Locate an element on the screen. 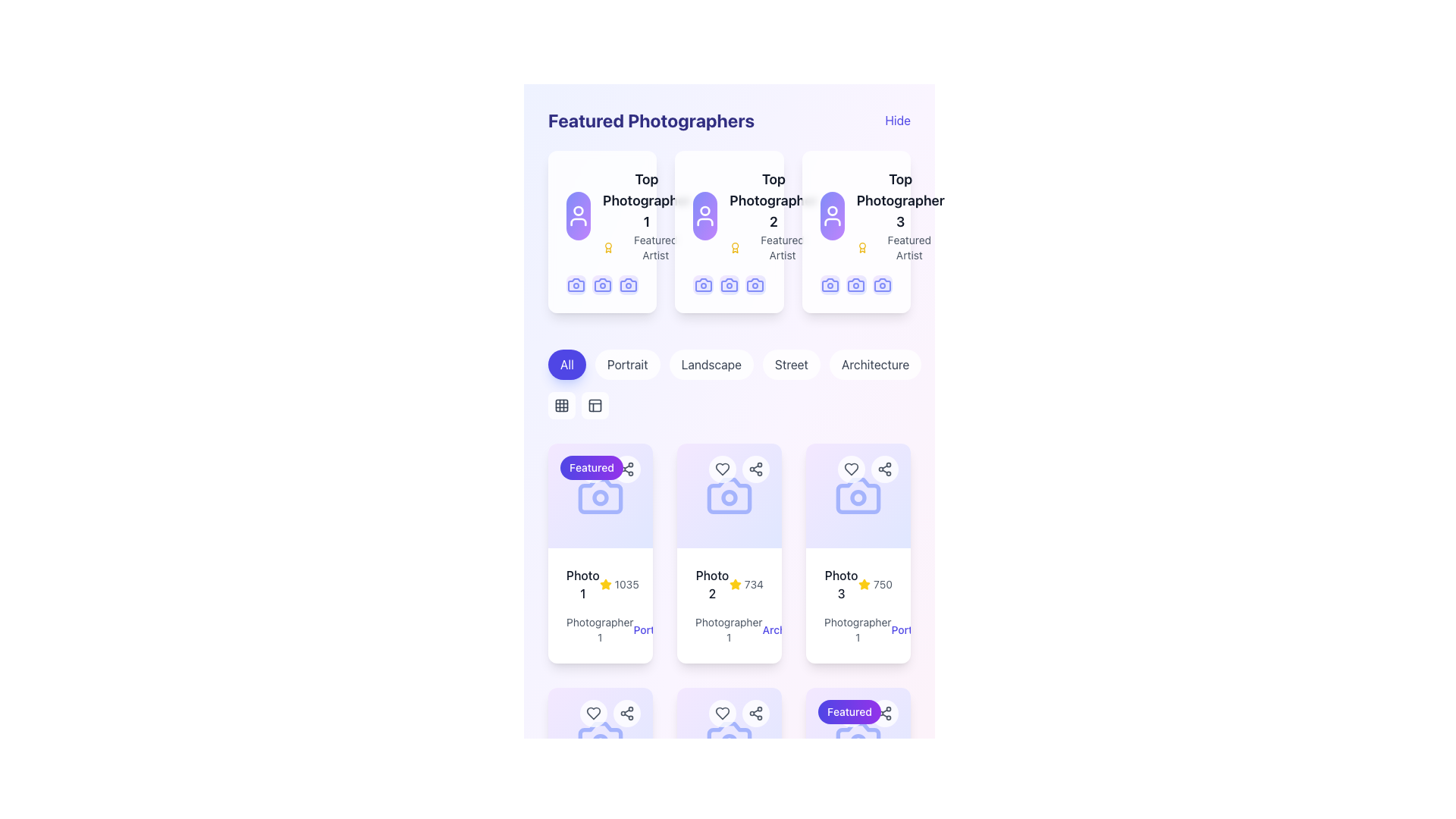 The height and width of the screenshot is (819, 1456). the 'Top Photographer 2' and 'Featured Artist' text display with icon is located at coordinates (773, 216).